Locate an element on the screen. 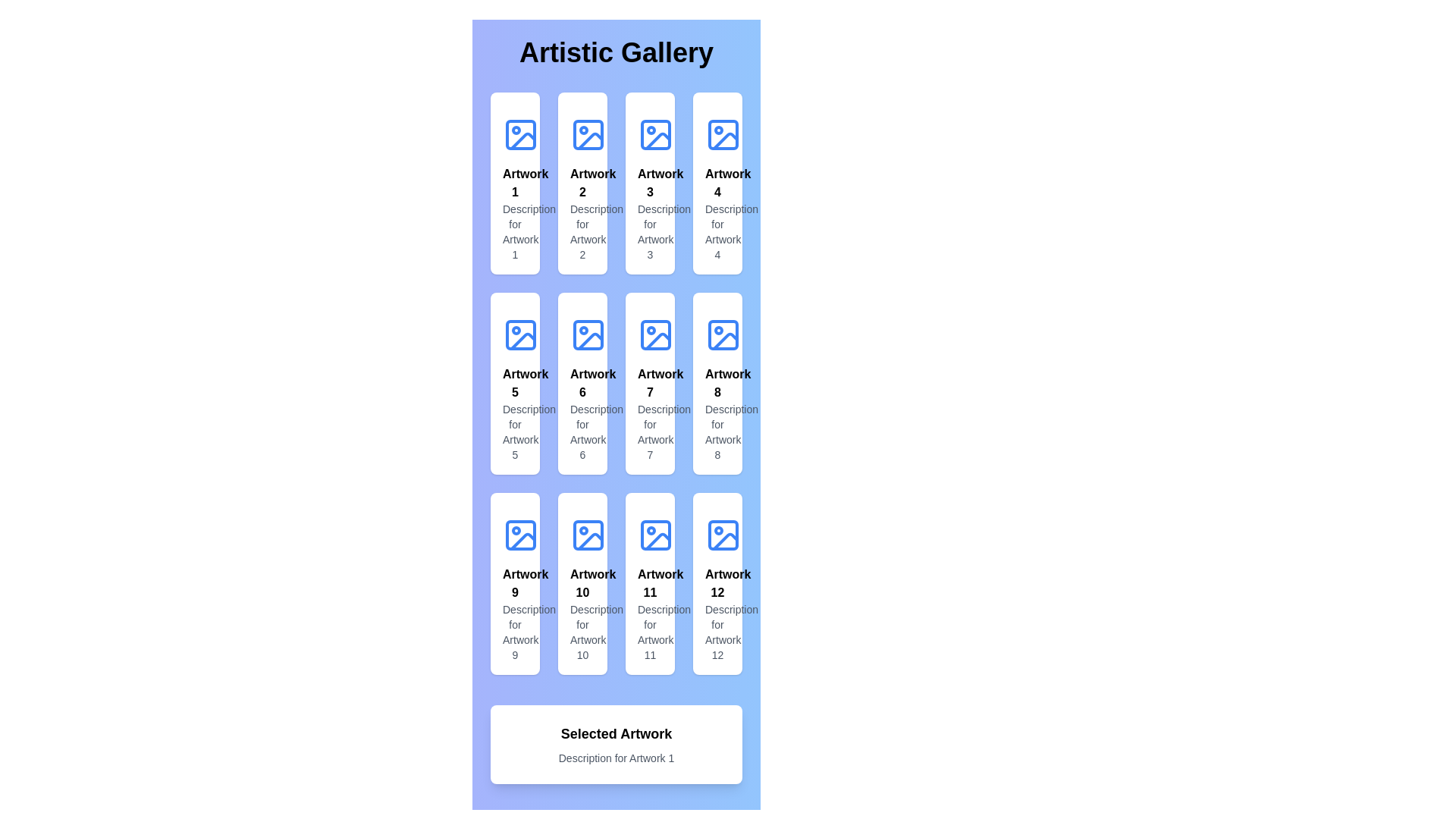 The image size is (1456, 819). the graphical icon component located in the top right corner of the button labeled 'Artwork 4' is located at coordinates (723, 133).